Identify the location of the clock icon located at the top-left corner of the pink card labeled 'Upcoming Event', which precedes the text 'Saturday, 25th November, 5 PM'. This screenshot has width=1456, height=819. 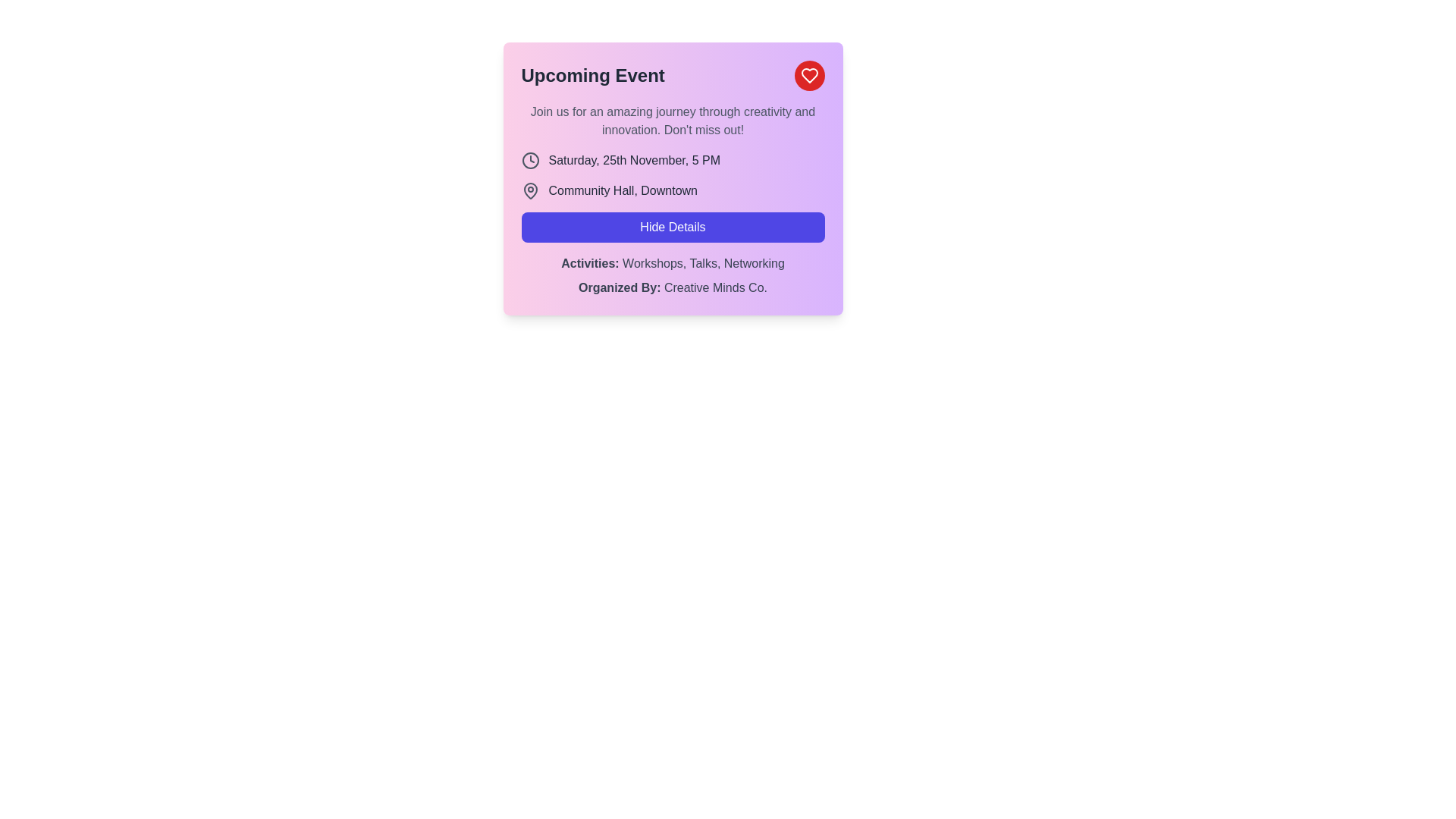
(530, 161).